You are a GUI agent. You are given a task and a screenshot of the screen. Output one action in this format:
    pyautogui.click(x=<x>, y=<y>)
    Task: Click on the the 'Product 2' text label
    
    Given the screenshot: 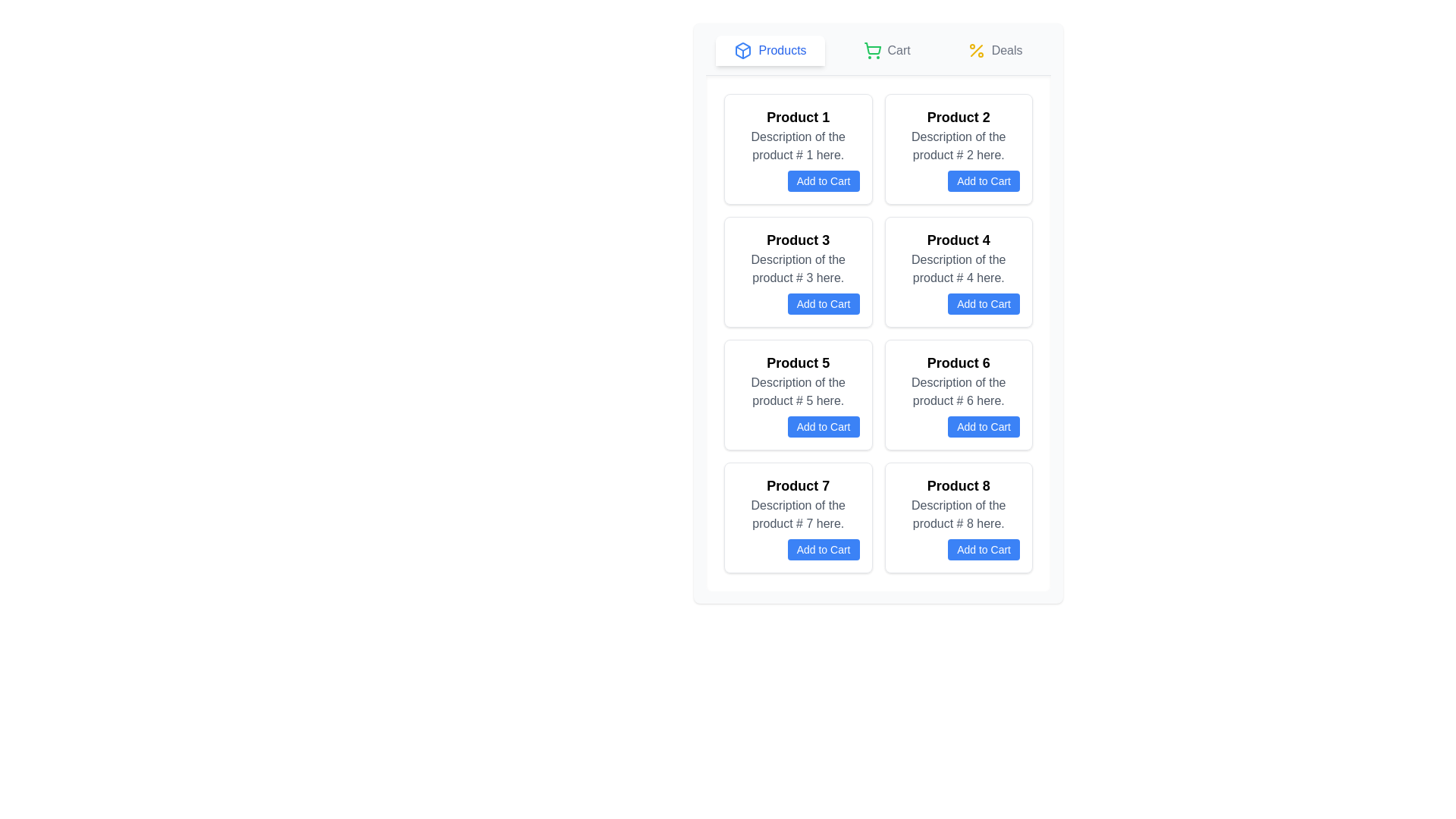 What is the action you would take?
    pyautogui.click(x=958, y=116)
    